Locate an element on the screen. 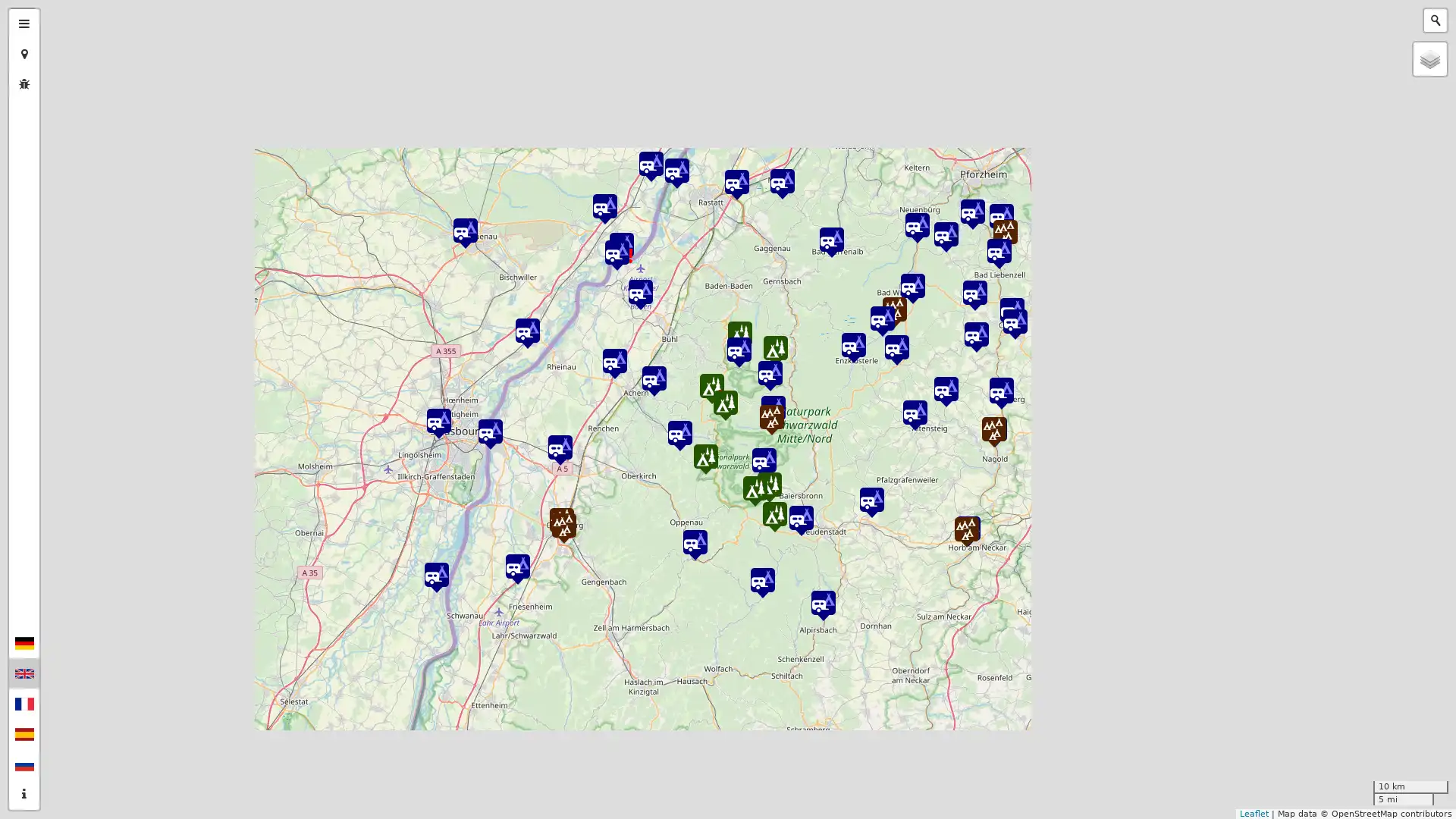 This screenshot has height=819, width=1456. Zoom out is located at coordinates (58, 42).